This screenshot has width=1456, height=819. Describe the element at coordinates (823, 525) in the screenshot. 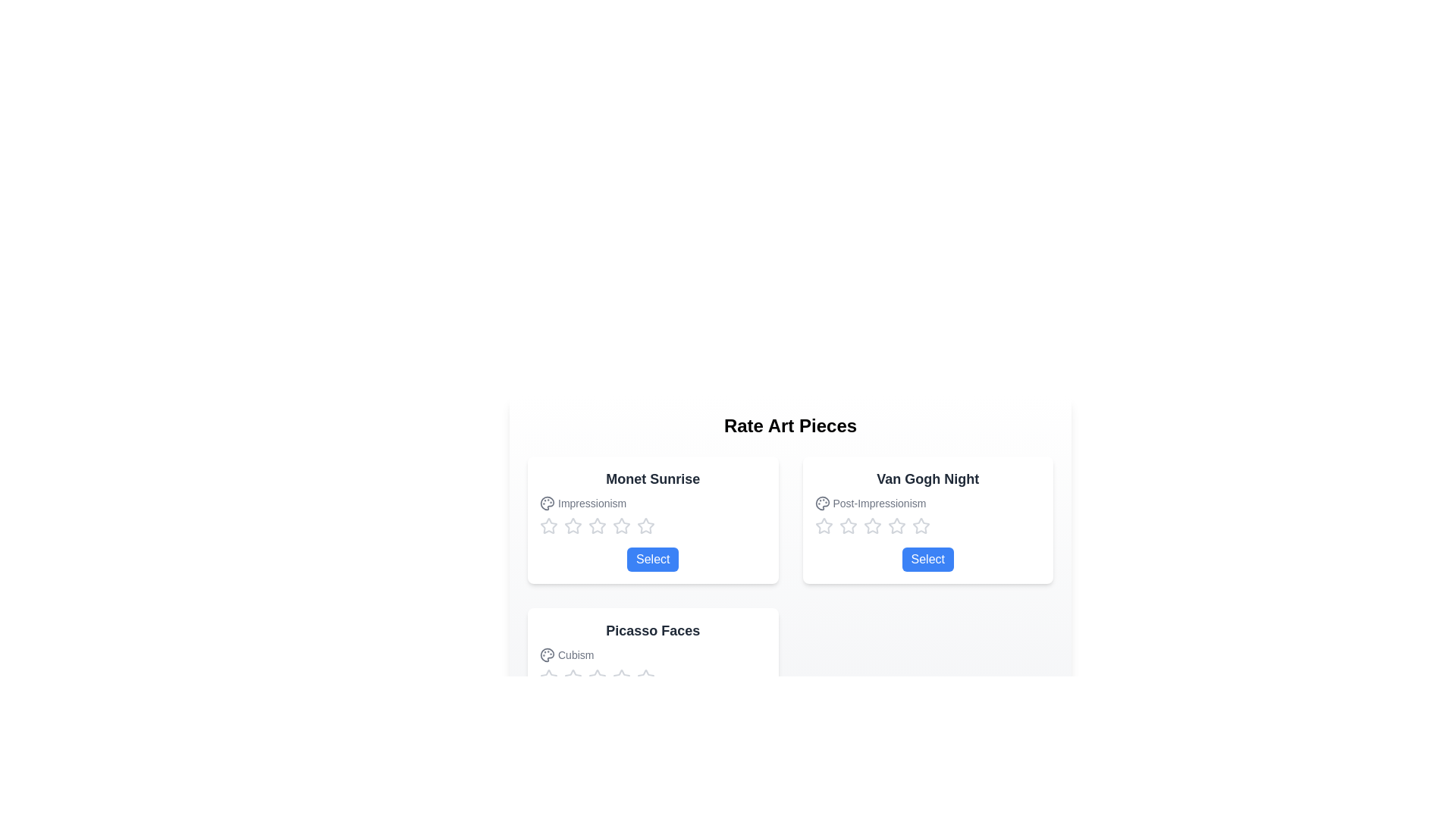

I see `the first star-shaped rating icon in the 'Van Gogh Night' section` at that location.